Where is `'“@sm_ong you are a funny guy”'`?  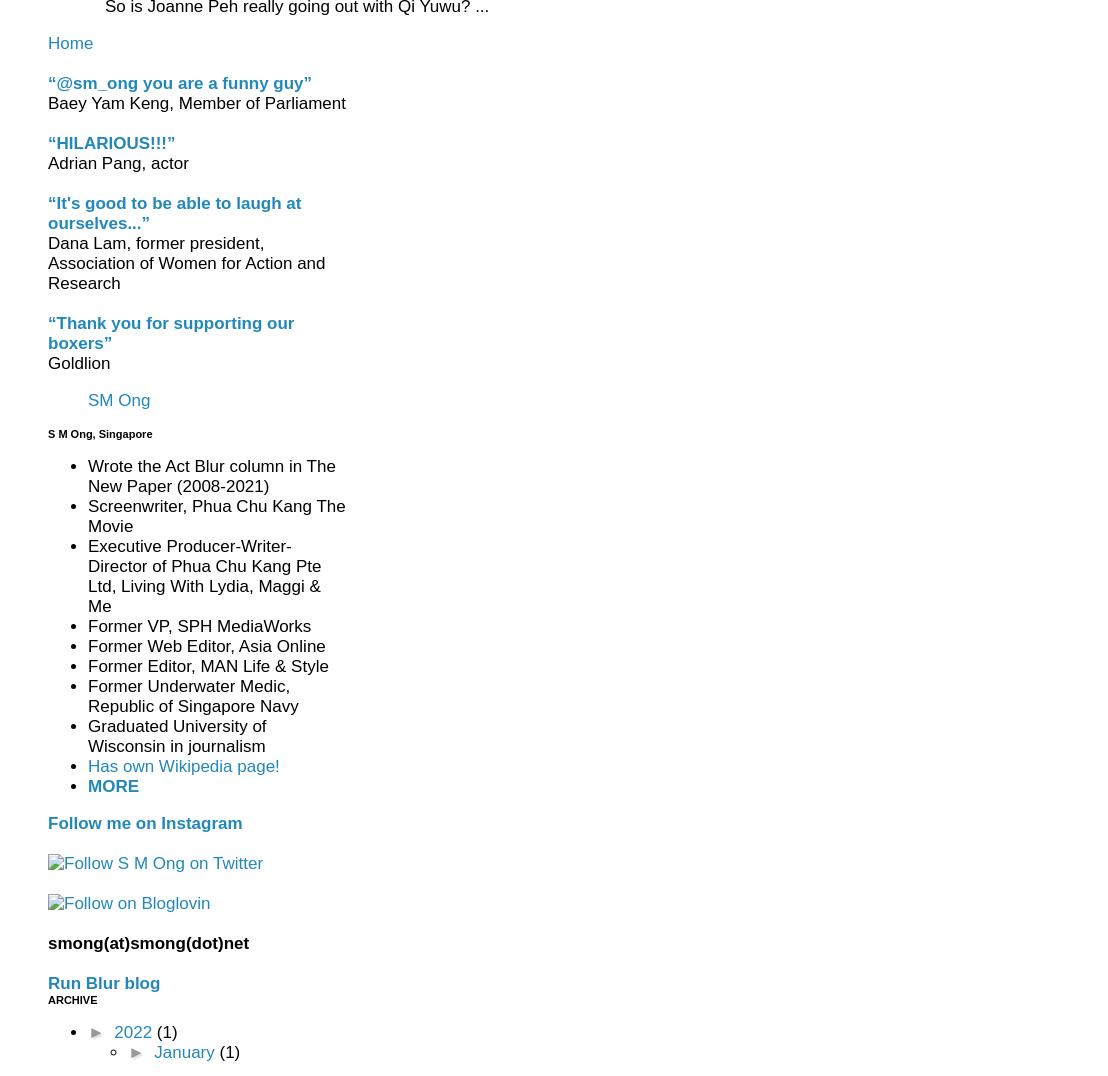 '“@sm_ong you are a funny guy”' is located at coordinates (179, 83).